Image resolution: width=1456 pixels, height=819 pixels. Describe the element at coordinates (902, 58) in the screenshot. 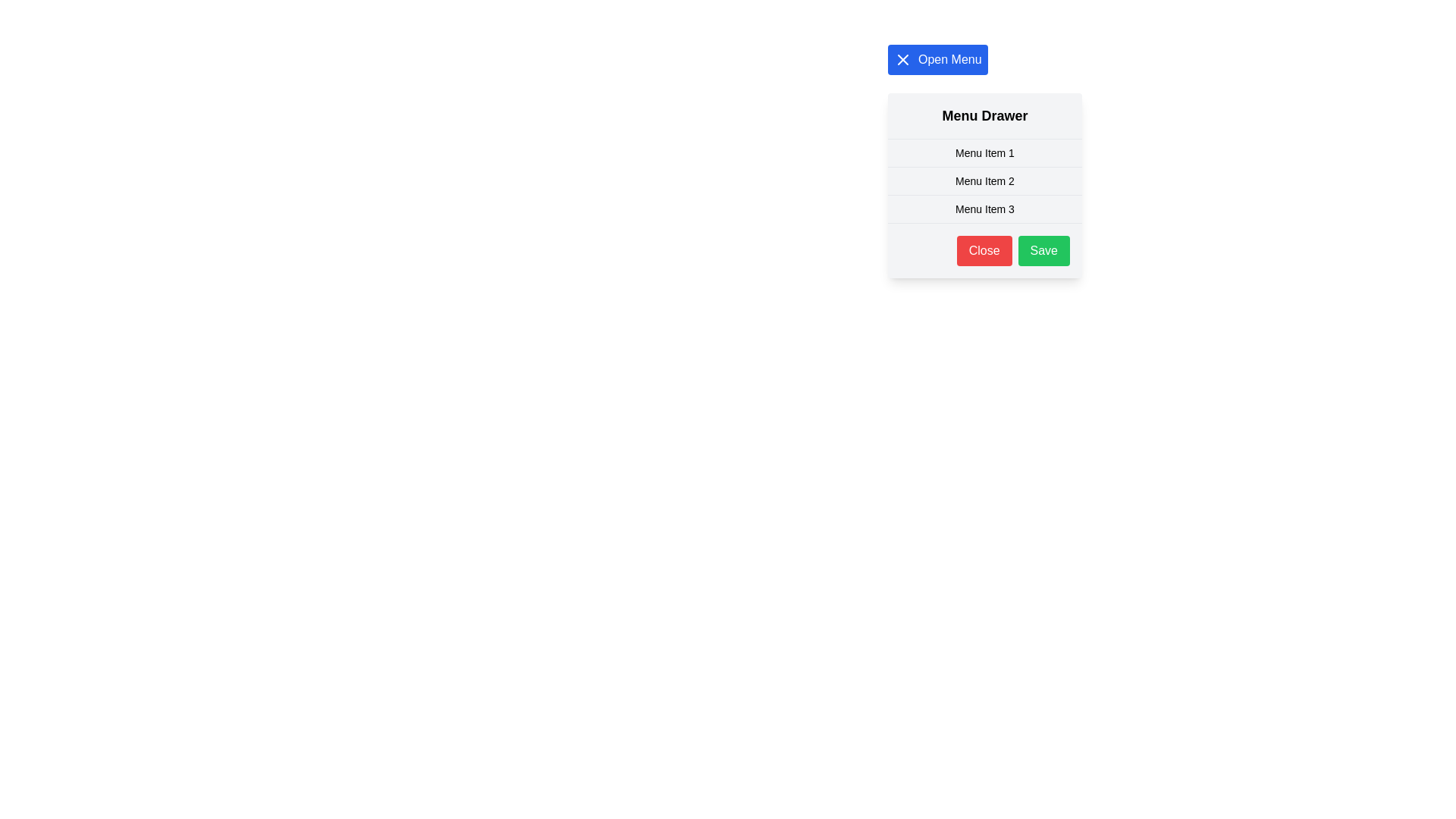

I see `the 'X' icon located at the far left of the blue 'Open Menu' button` at that location.